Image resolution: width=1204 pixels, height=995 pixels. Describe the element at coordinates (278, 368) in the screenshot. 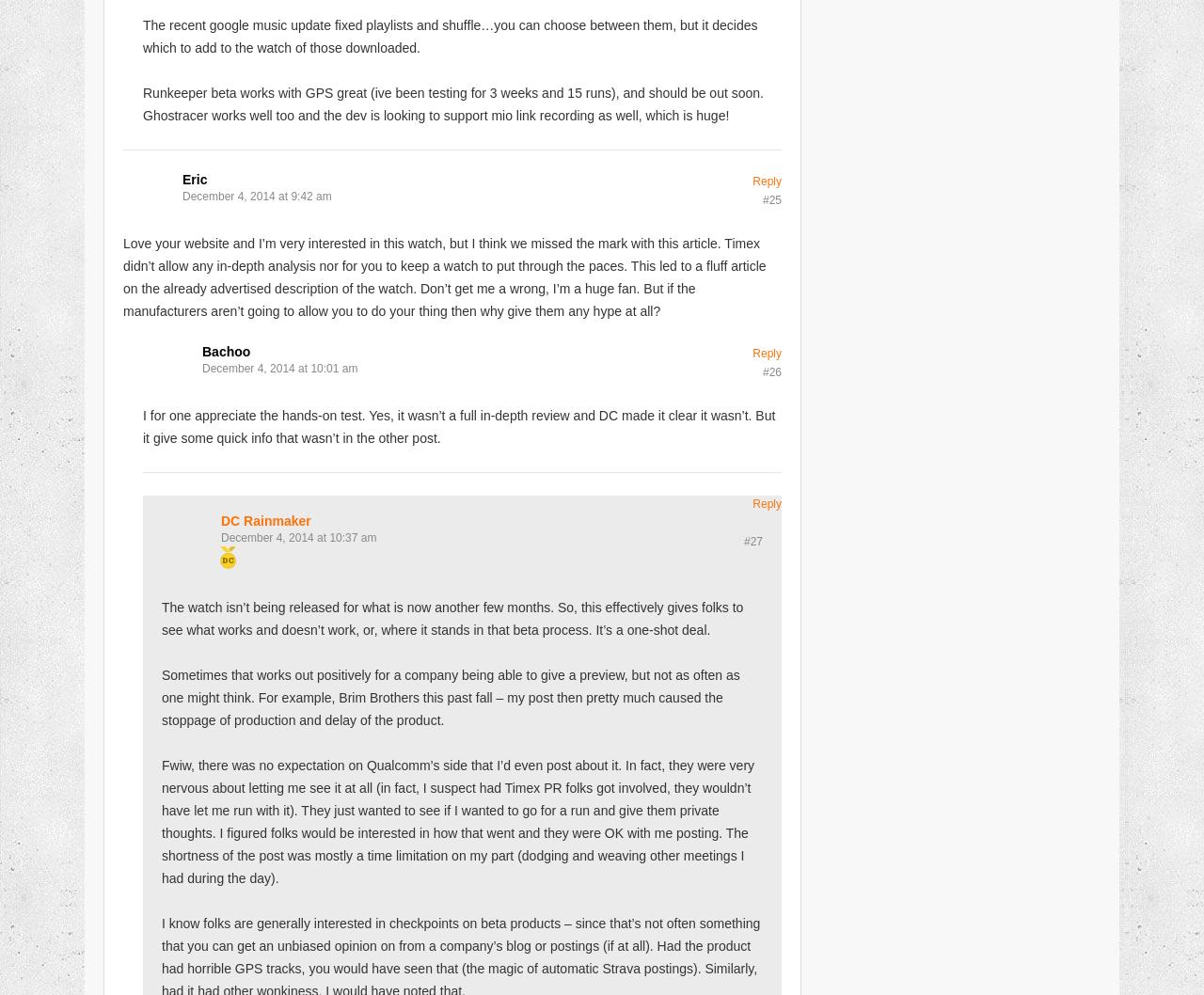

I see `'December 4, 2014 at 10:01 am'` at that location.